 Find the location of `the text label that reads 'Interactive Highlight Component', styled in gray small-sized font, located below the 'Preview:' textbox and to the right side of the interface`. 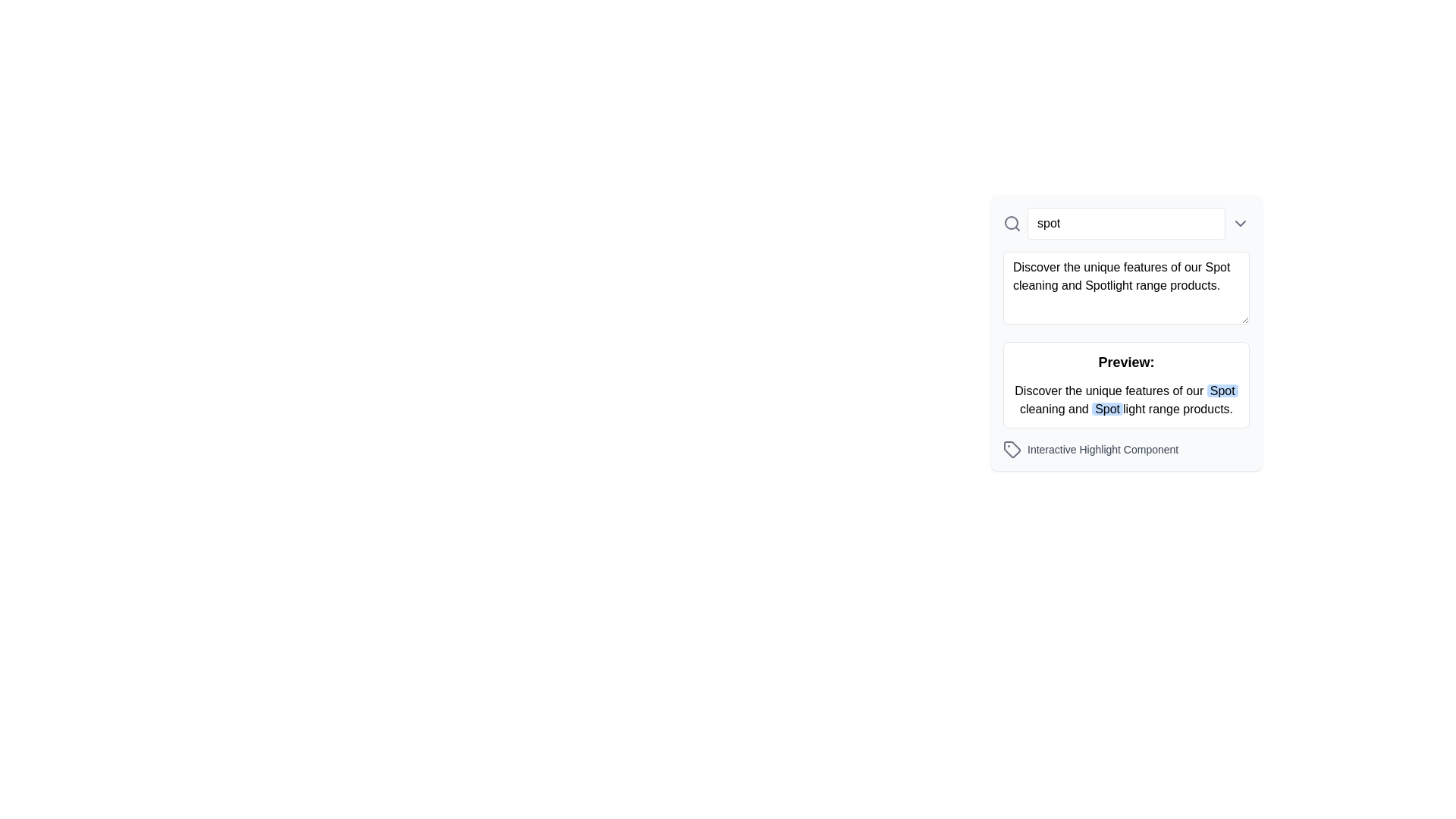

the text label that reads 'Interactive Highlight Component', styled in gray small-sized font, located below the 'Preview:' textbox and to the right side of the interface is located at coordinates (1103, 449).